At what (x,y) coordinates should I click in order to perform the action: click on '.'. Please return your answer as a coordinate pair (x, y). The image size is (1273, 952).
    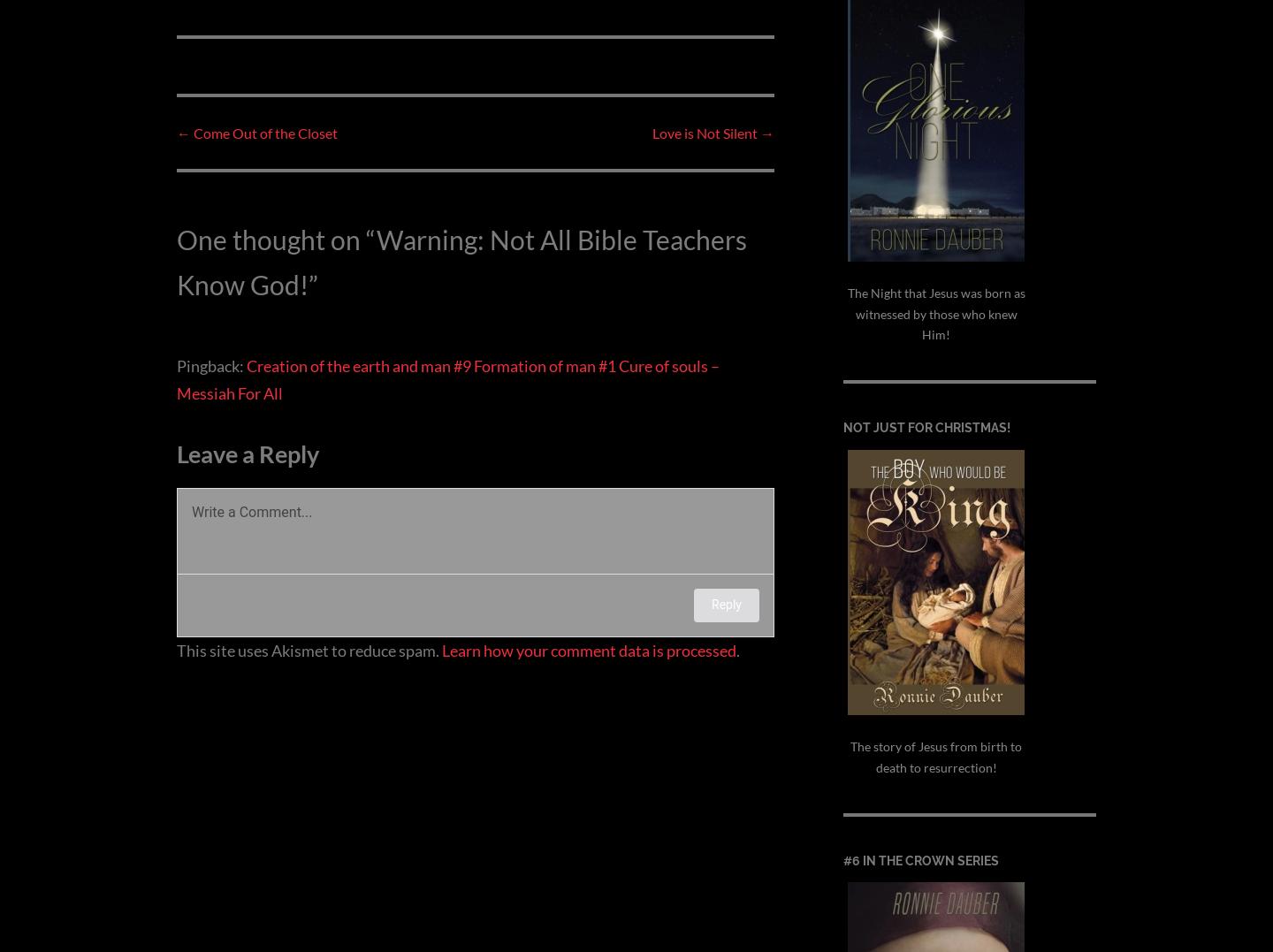
    Looking at the image, I should click on (738, 650).